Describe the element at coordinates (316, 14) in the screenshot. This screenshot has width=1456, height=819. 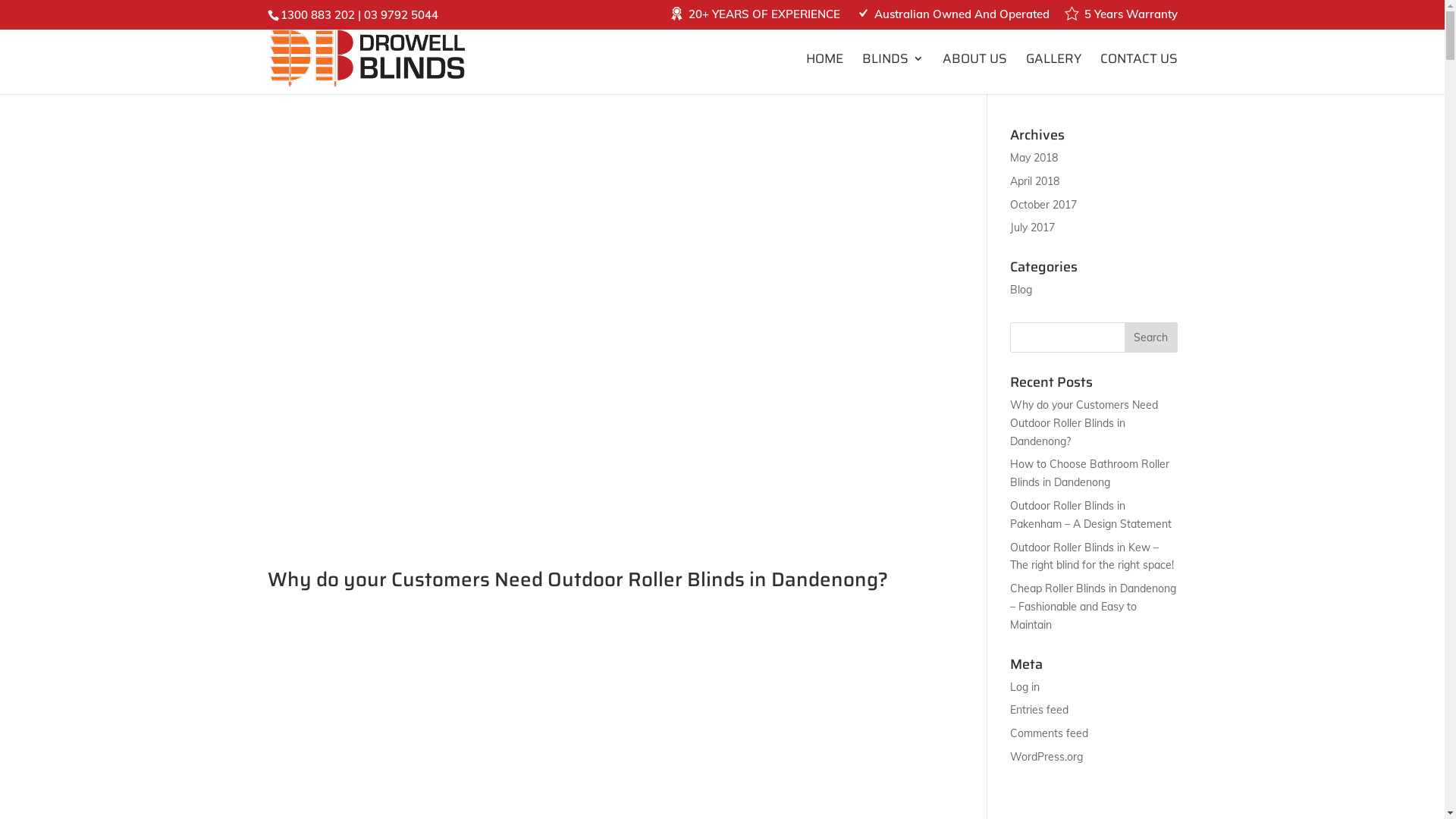
I see `'1300 883 202'` at that location.